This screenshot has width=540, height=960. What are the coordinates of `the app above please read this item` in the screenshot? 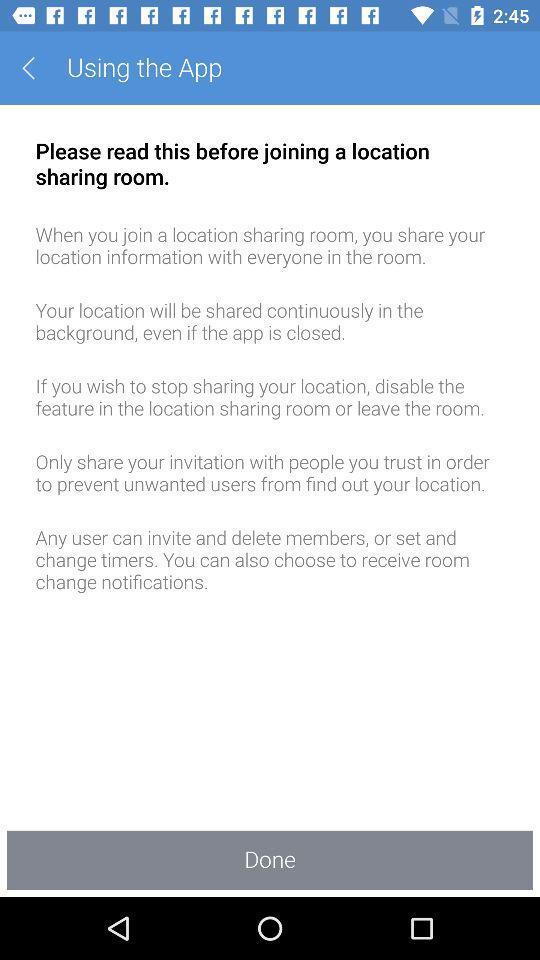 It's located at (35, 68).